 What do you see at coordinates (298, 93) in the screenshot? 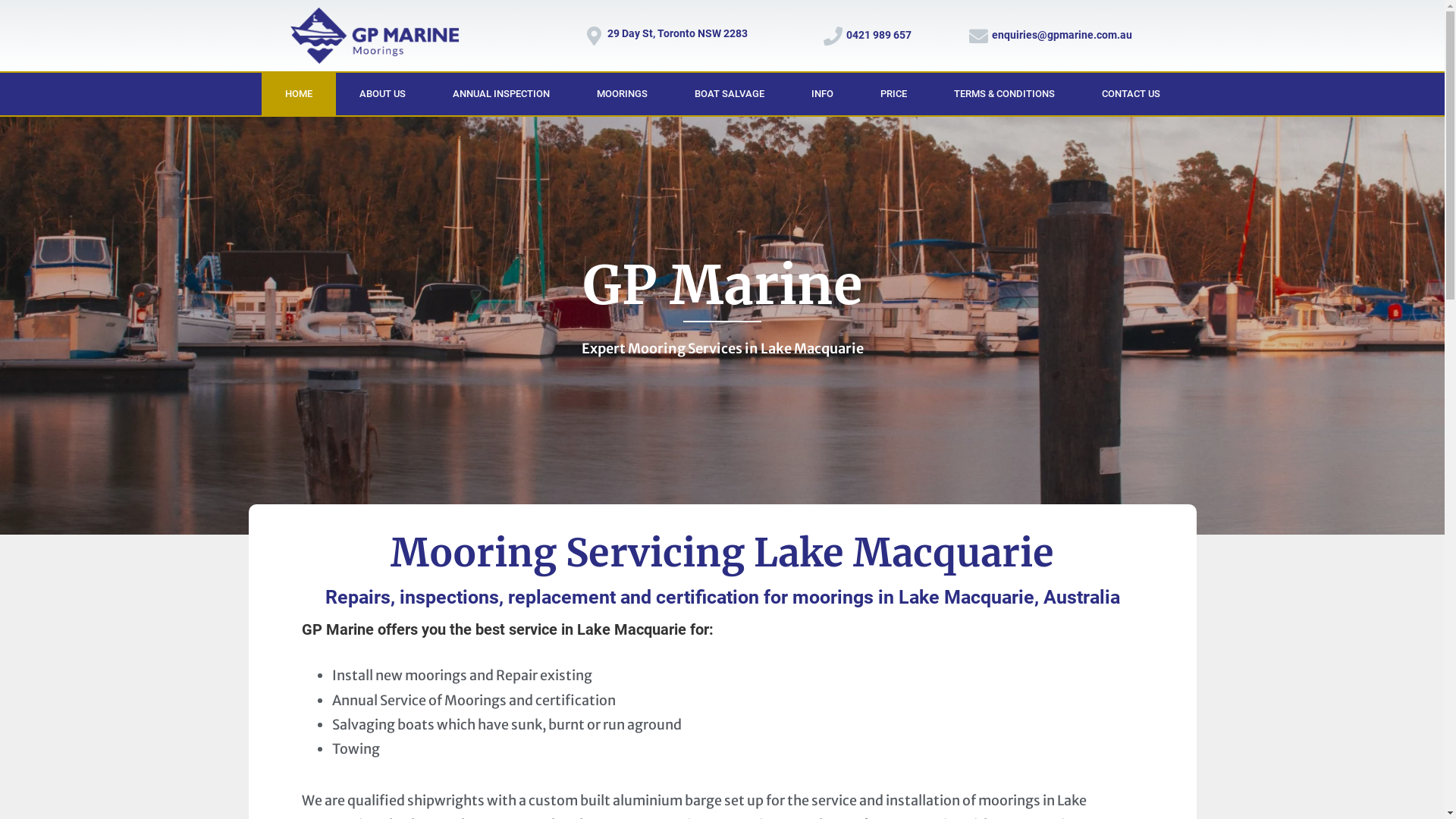
I see `'HOME'` at bounding box center [298, 93].